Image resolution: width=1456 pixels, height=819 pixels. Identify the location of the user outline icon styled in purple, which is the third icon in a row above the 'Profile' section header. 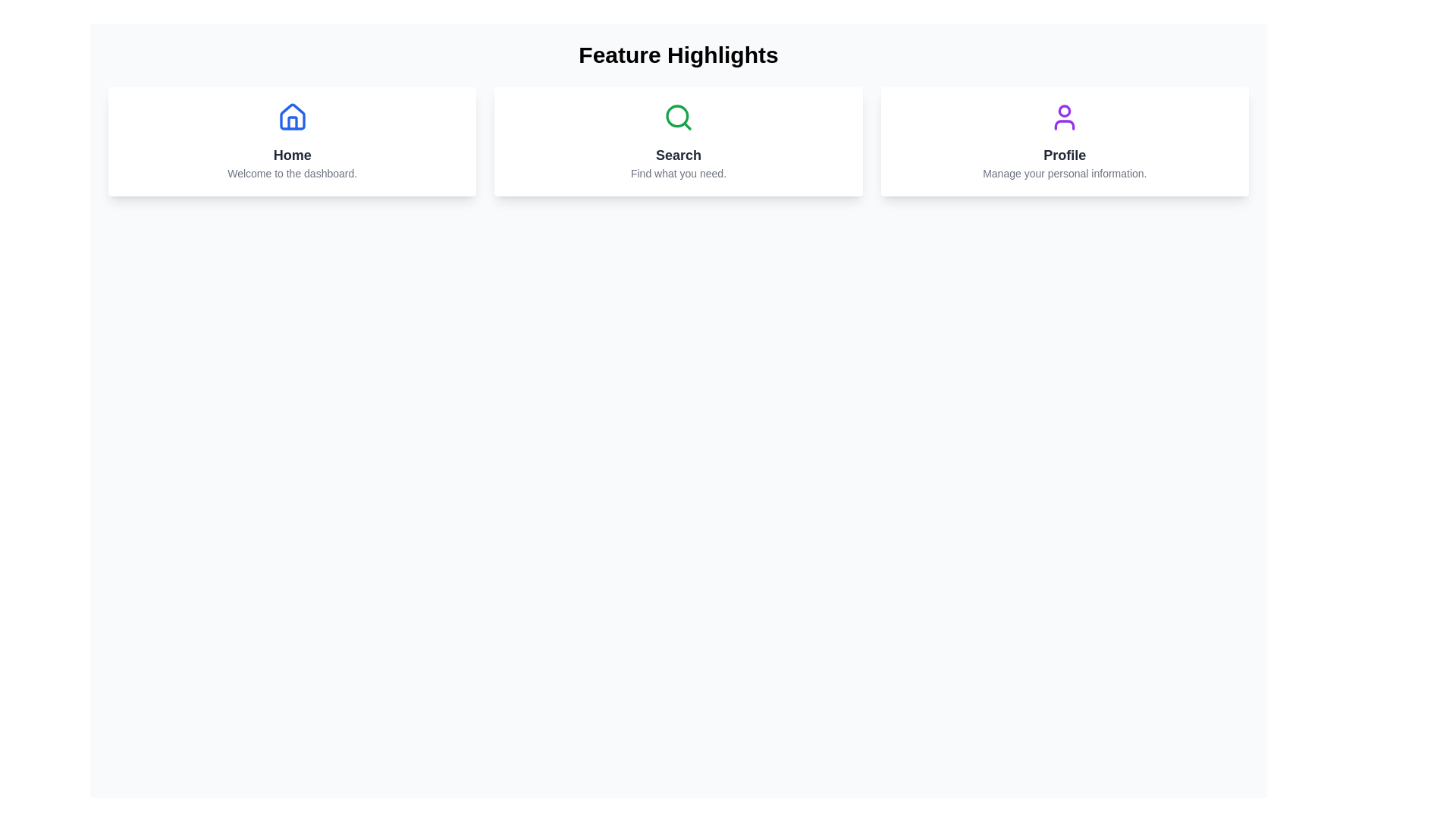
(1064, 116).